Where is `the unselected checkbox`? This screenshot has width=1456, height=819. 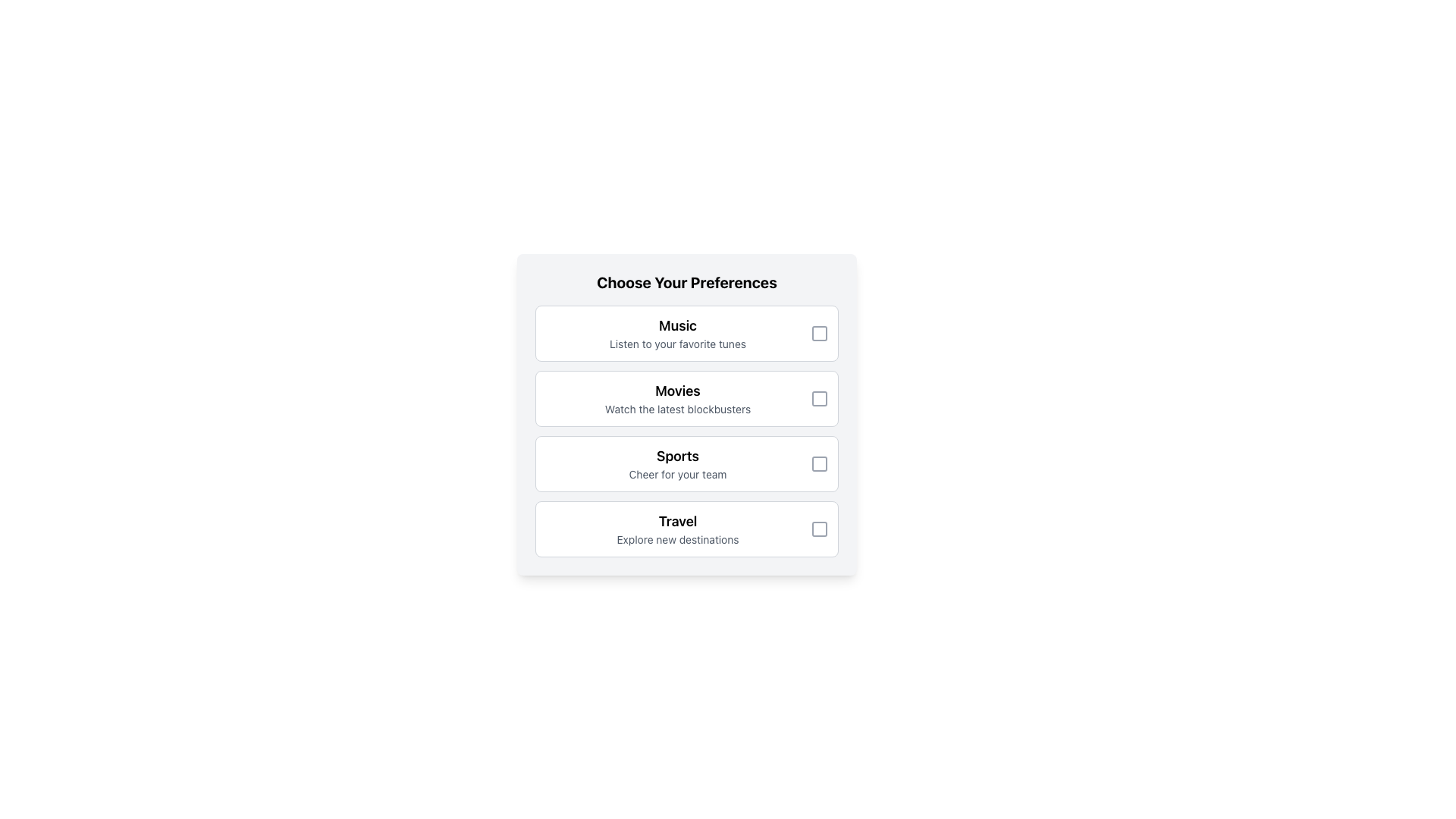
the unselected checkbox is located at coordinates (818, 529).